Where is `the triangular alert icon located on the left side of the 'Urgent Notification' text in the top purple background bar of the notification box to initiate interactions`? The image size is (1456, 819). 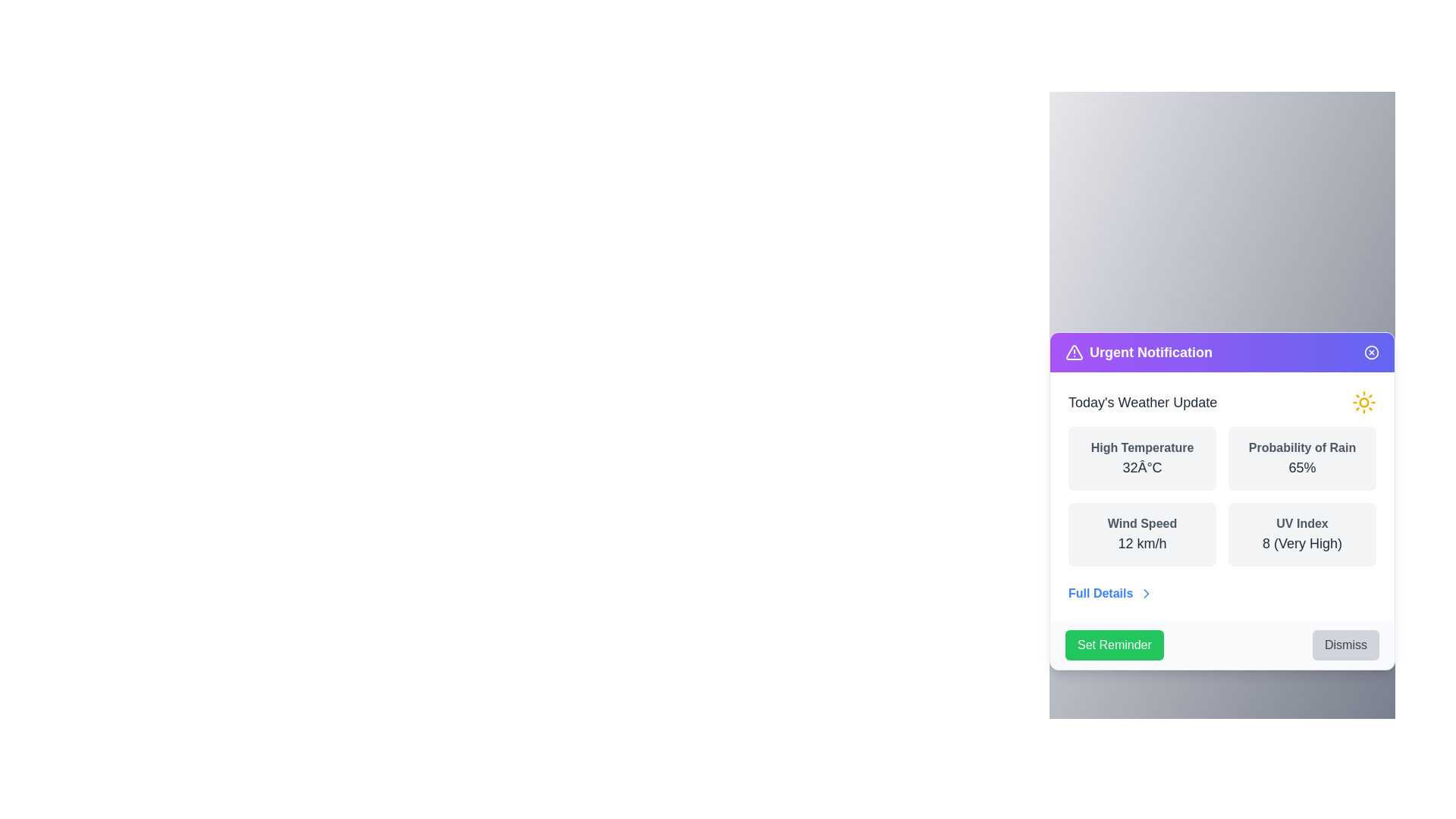
the triangular alert icon located on the left side of the 'Urgent Notification' text in the top purple background bar of the notification box to initiate interactions is located at coordinates (1073, 351).